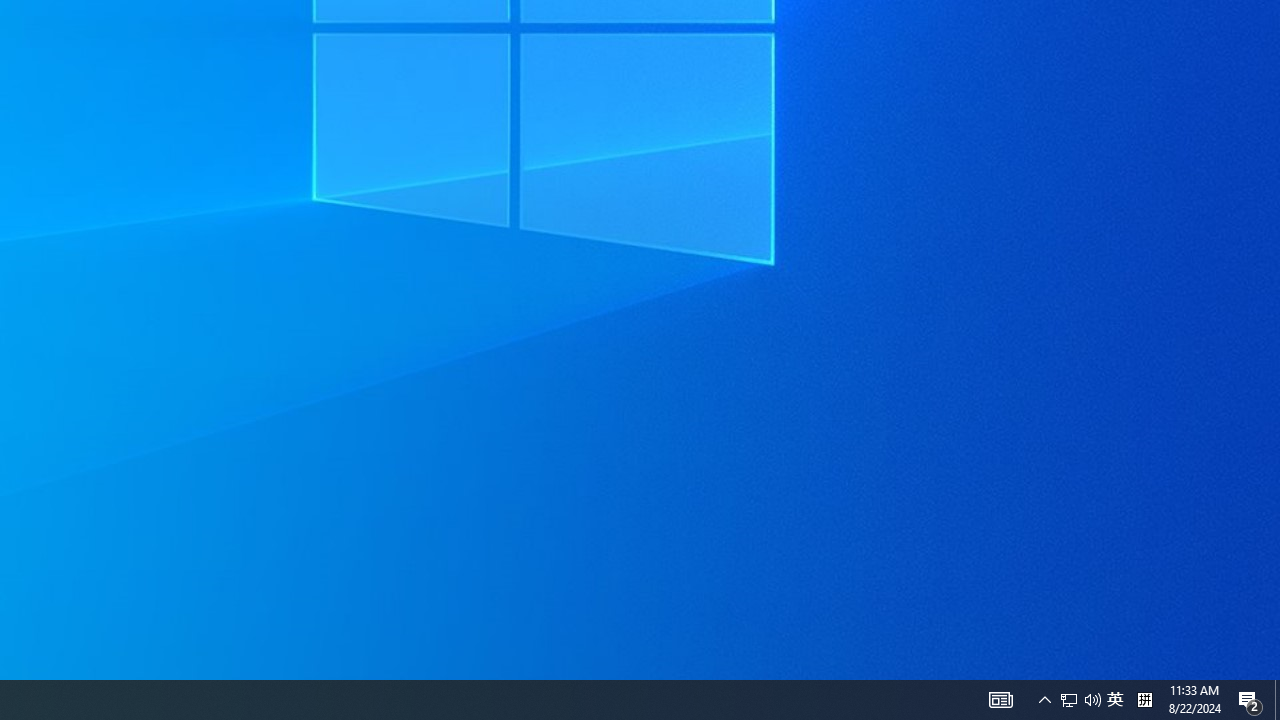 The height and width of the screenshot is (720, 1280). Describe the element at coordinates (1044, 698) in the screenshot. I see `'Notification Chevron'` at that location.